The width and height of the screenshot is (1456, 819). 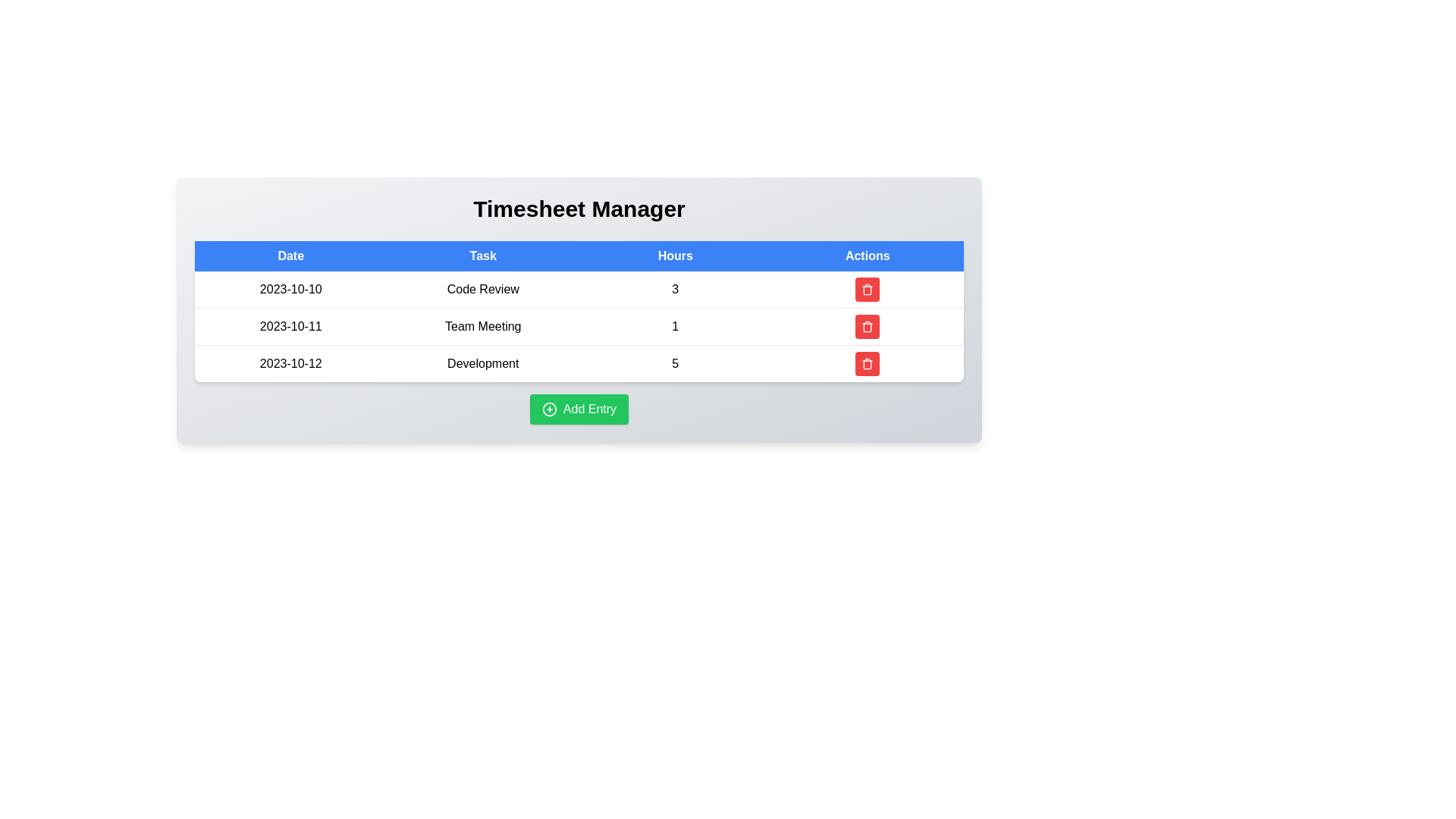 What do you see at coordinates (548, 409) in the screenshot?
I see `the green circular plus icon located on the left side of the 'Add Entry' button at the bottom center of the interface` at bounding box center [548, 409].